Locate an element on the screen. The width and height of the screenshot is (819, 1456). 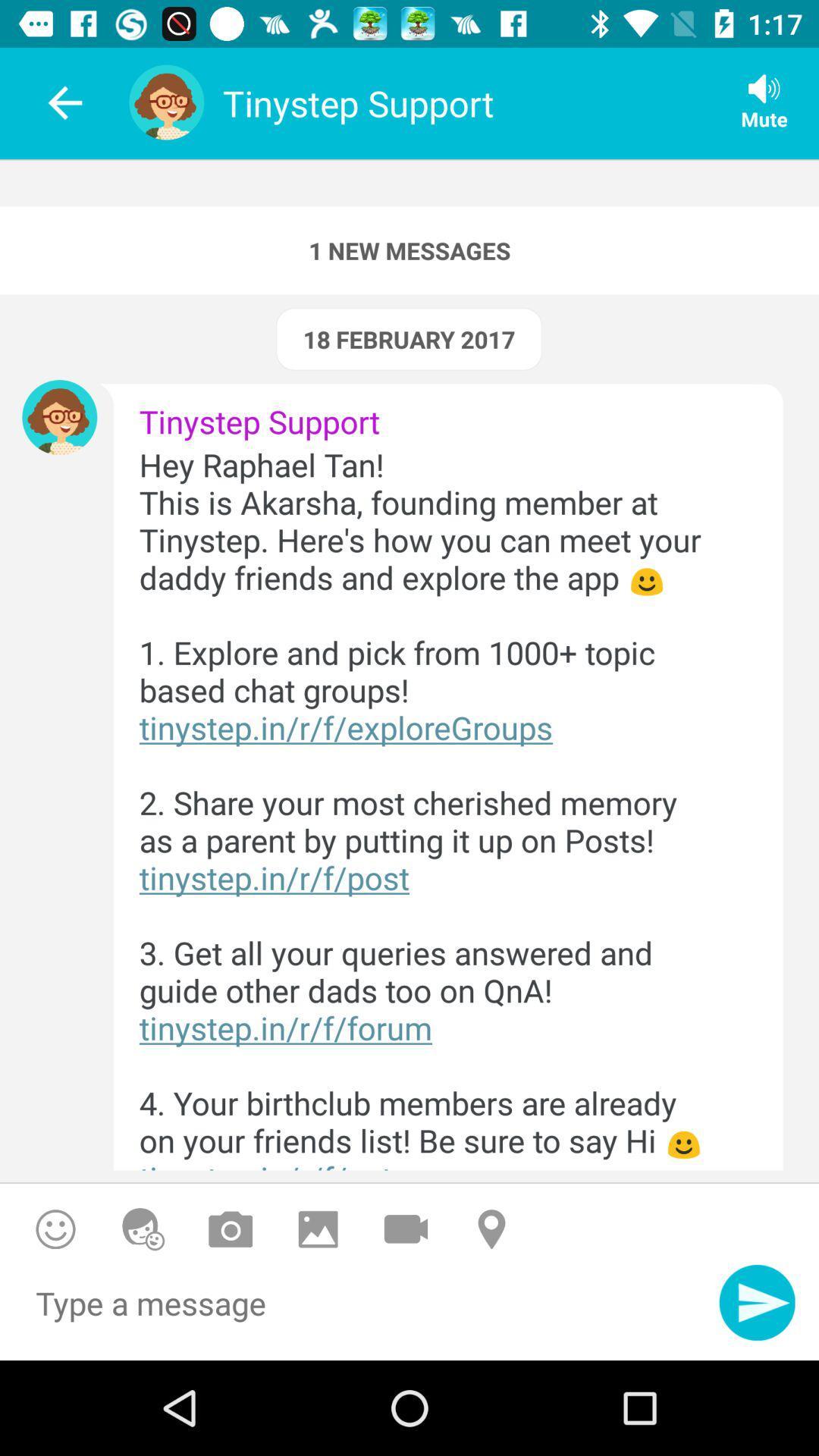
send is located at coordinates (757, 1301).